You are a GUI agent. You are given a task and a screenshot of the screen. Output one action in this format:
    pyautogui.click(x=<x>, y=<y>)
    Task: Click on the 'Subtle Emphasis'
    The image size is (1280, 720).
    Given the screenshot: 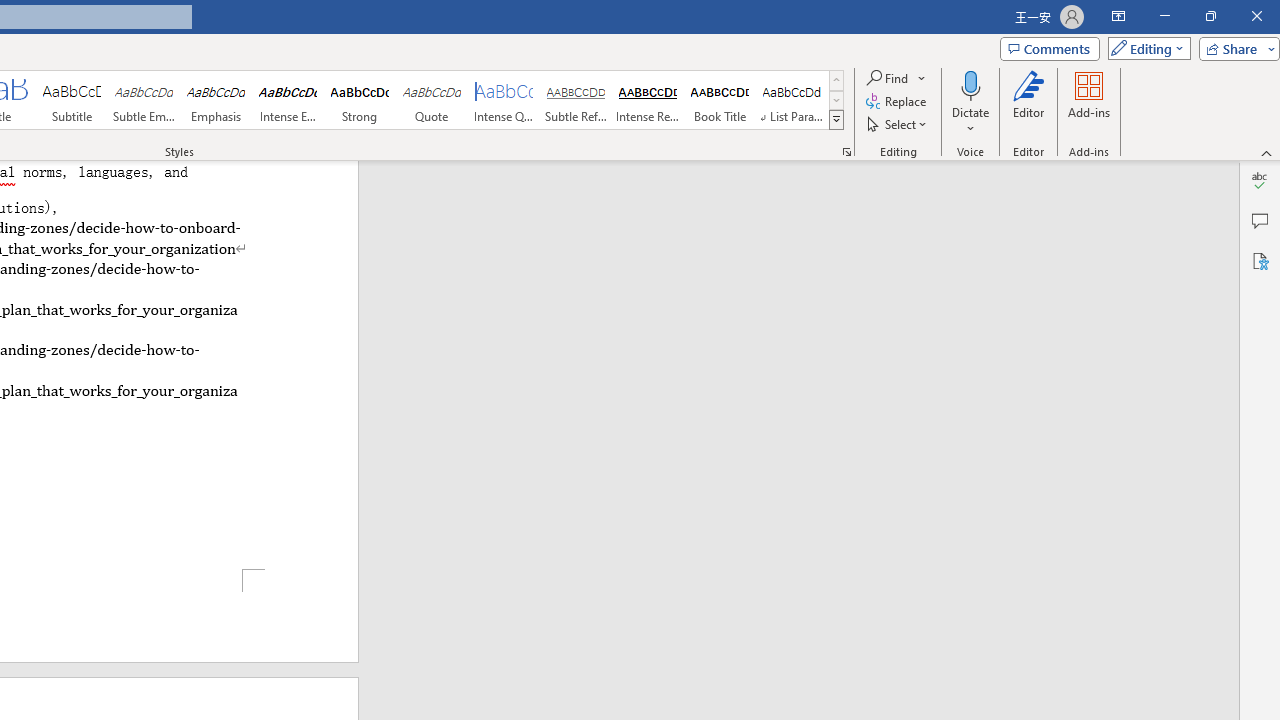 What is the action you would take?
    pyautogui.click(x=143, y=100)
    